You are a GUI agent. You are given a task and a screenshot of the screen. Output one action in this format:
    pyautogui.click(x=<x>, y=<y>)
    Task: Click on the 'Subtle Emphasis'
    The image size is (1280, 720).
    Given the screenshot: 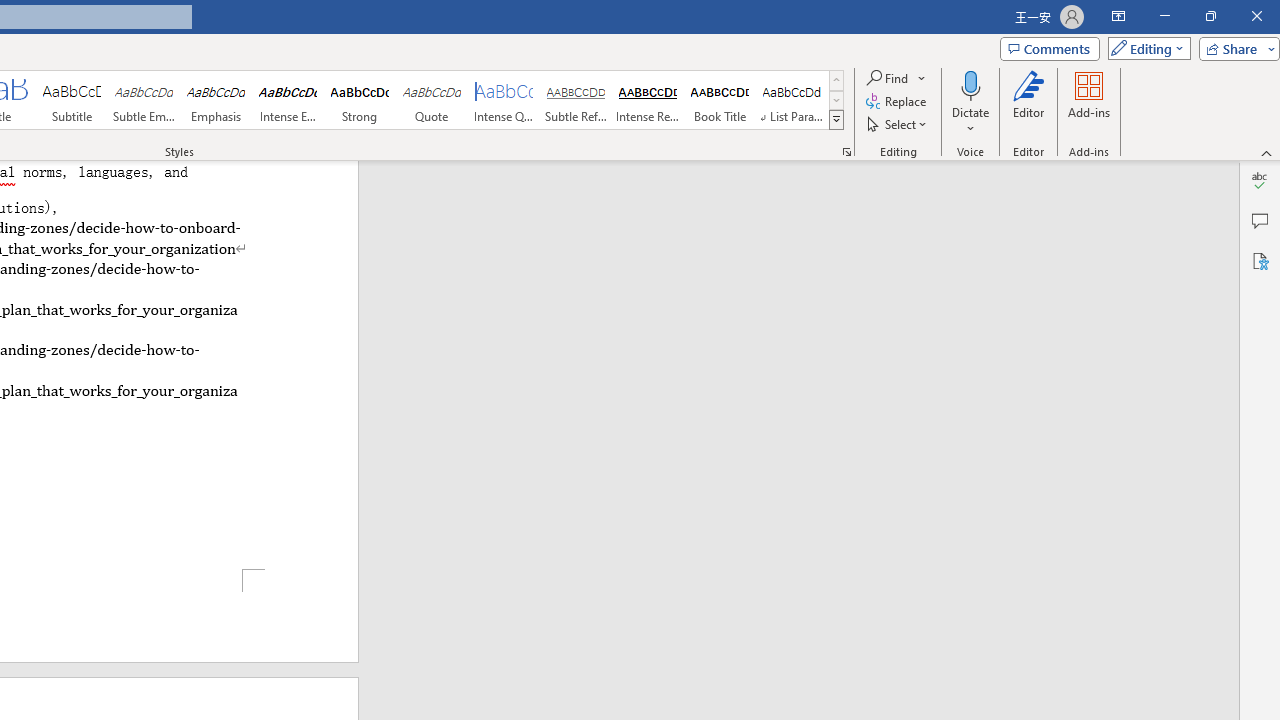 What is the action you would take?
    pyautogui.click(x=143, y=100)
    